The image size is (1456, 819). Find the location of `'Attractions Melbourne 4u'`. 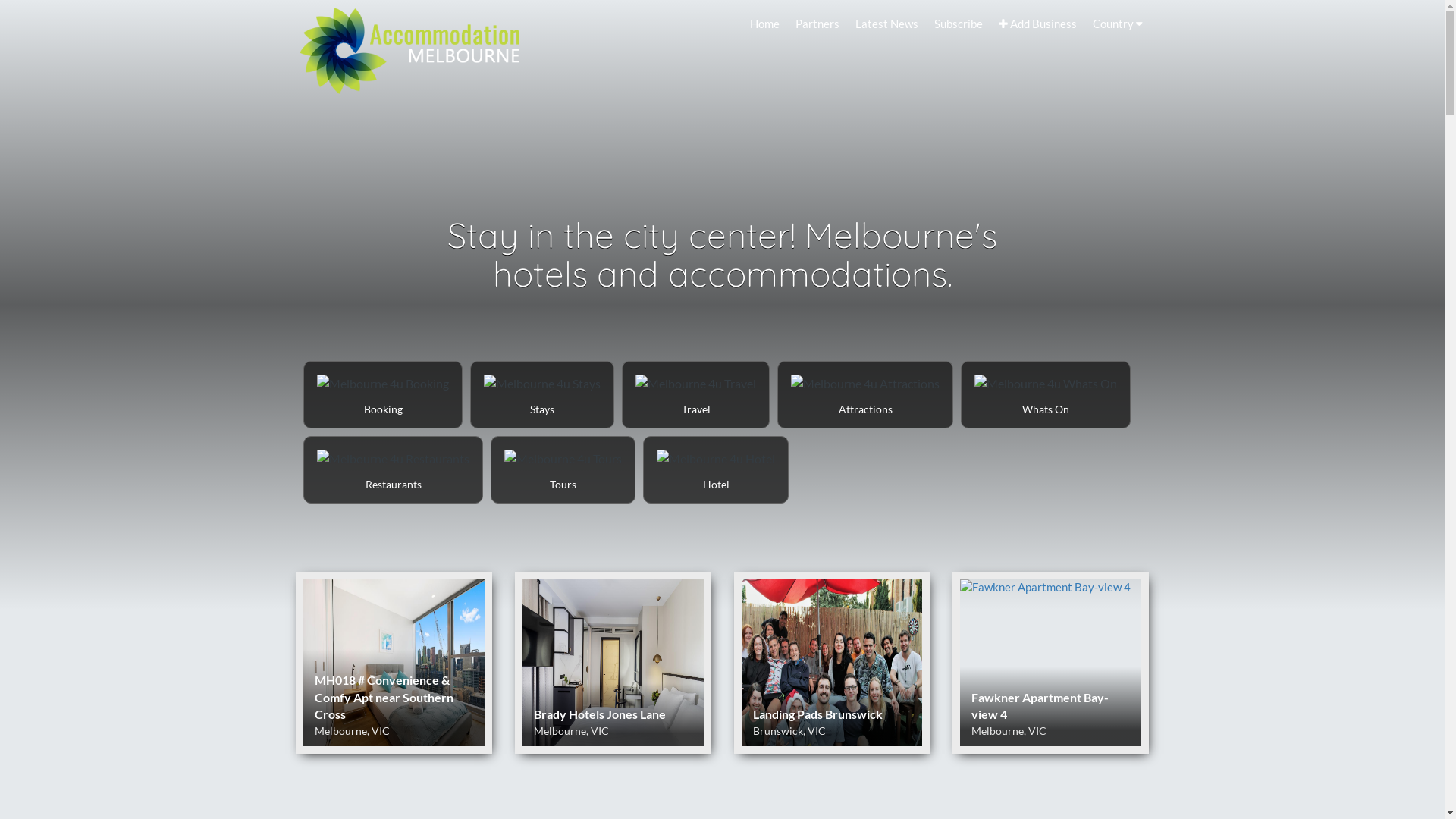

'Attractions Melbourne 4u' is located at coordinates (865, 394).